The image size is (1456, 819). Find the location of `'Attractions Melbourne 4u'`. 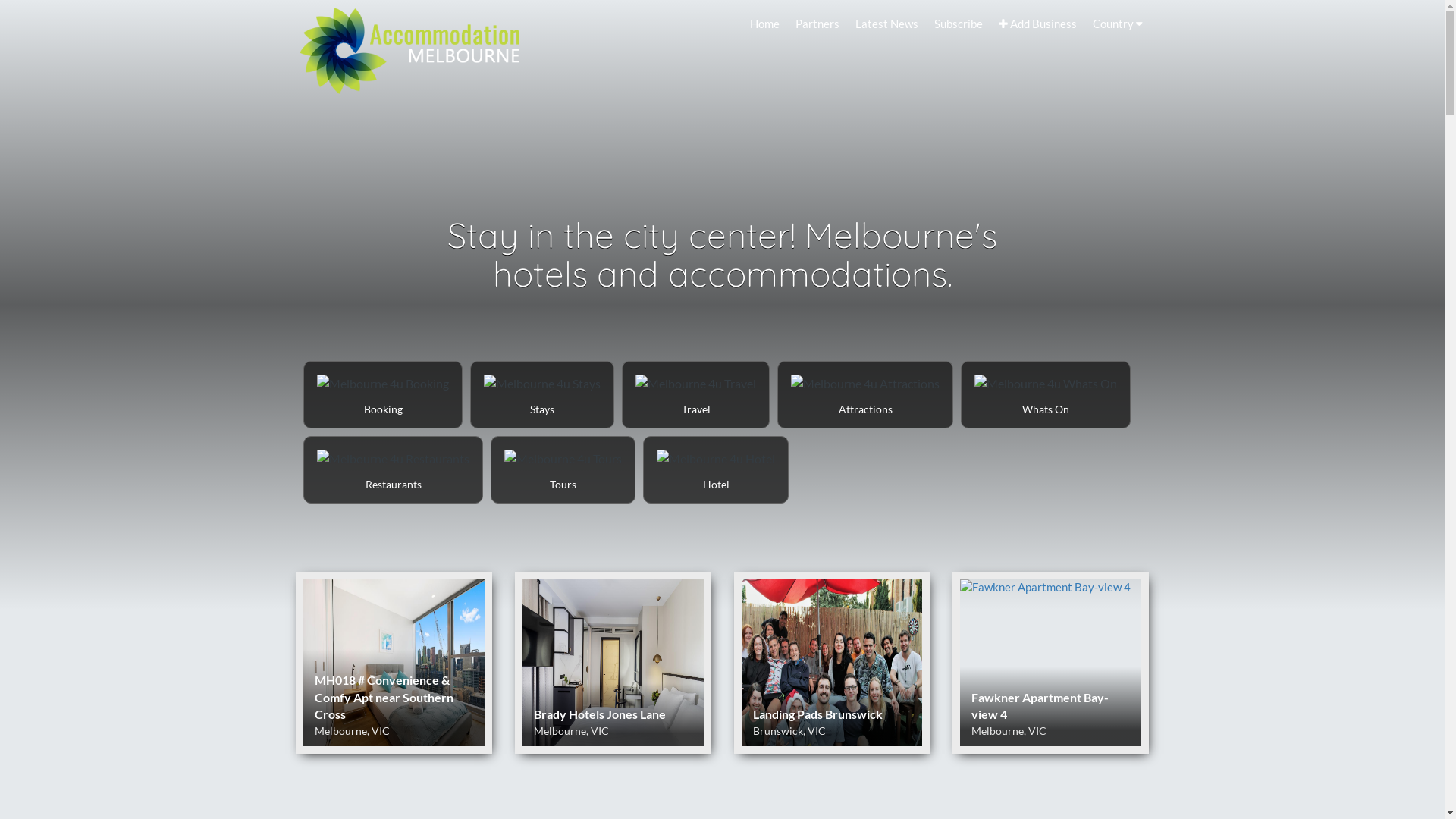

'Attractions Melbourne 4u' is located at coordinates (865, 394).